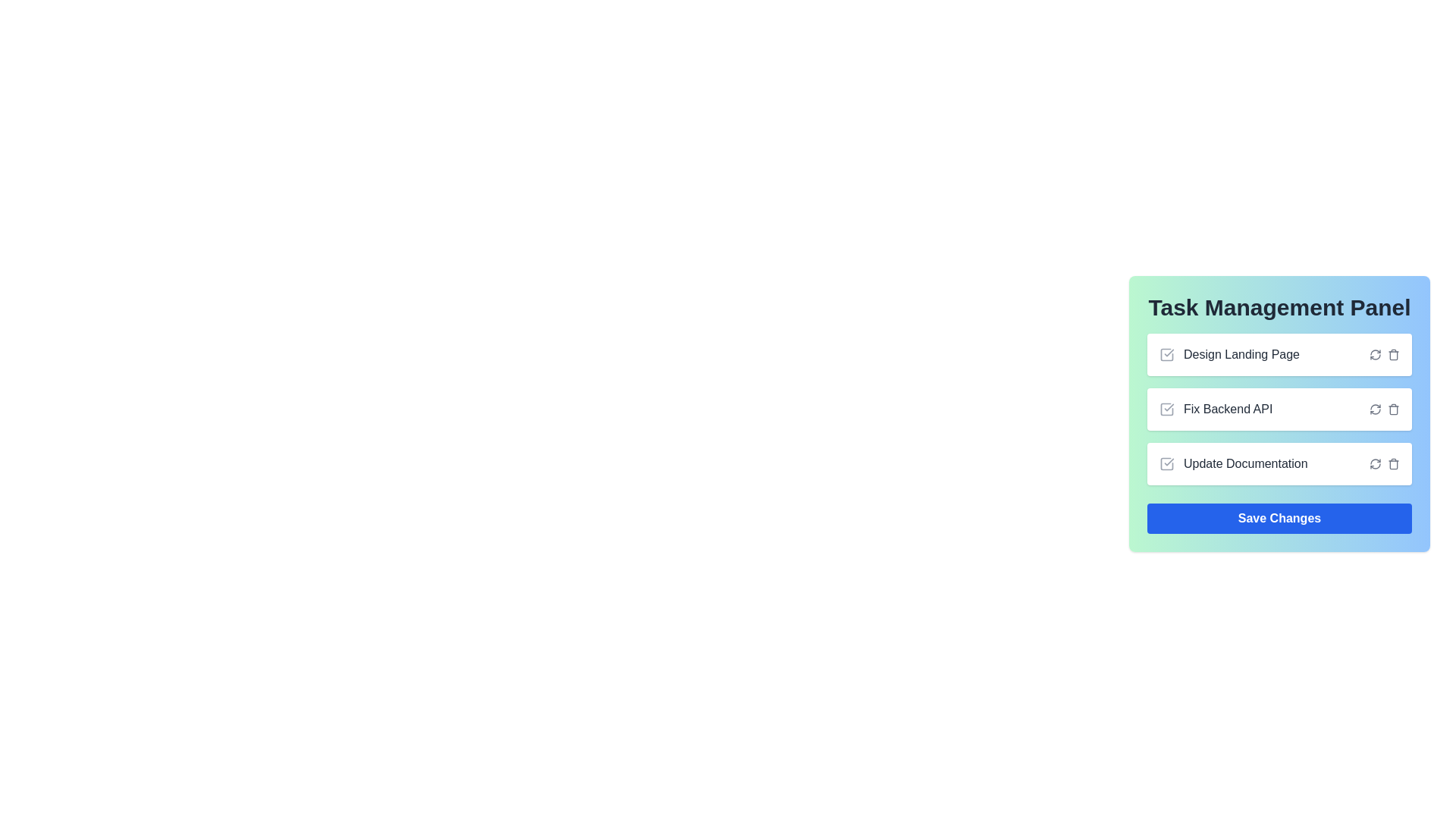 Image resolution: width=1456 pixels, height=819 pixels. I want to click on the text 'Design Landing Page' from the first task item in the task management panel to copy it, so click(1229, 354).